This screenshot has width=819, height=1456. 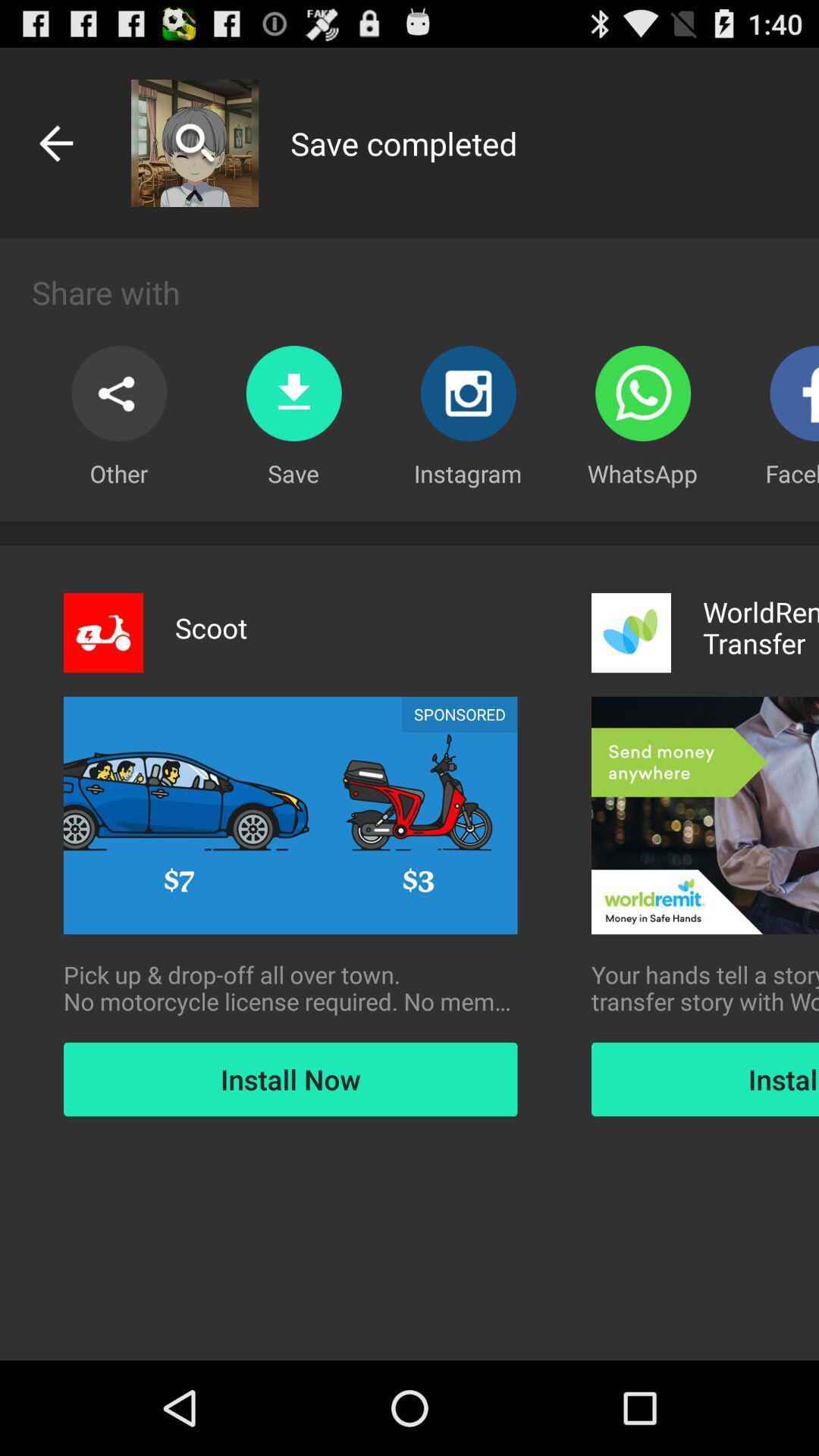 I want to click on pick up drop, so click(x=290, y=988).